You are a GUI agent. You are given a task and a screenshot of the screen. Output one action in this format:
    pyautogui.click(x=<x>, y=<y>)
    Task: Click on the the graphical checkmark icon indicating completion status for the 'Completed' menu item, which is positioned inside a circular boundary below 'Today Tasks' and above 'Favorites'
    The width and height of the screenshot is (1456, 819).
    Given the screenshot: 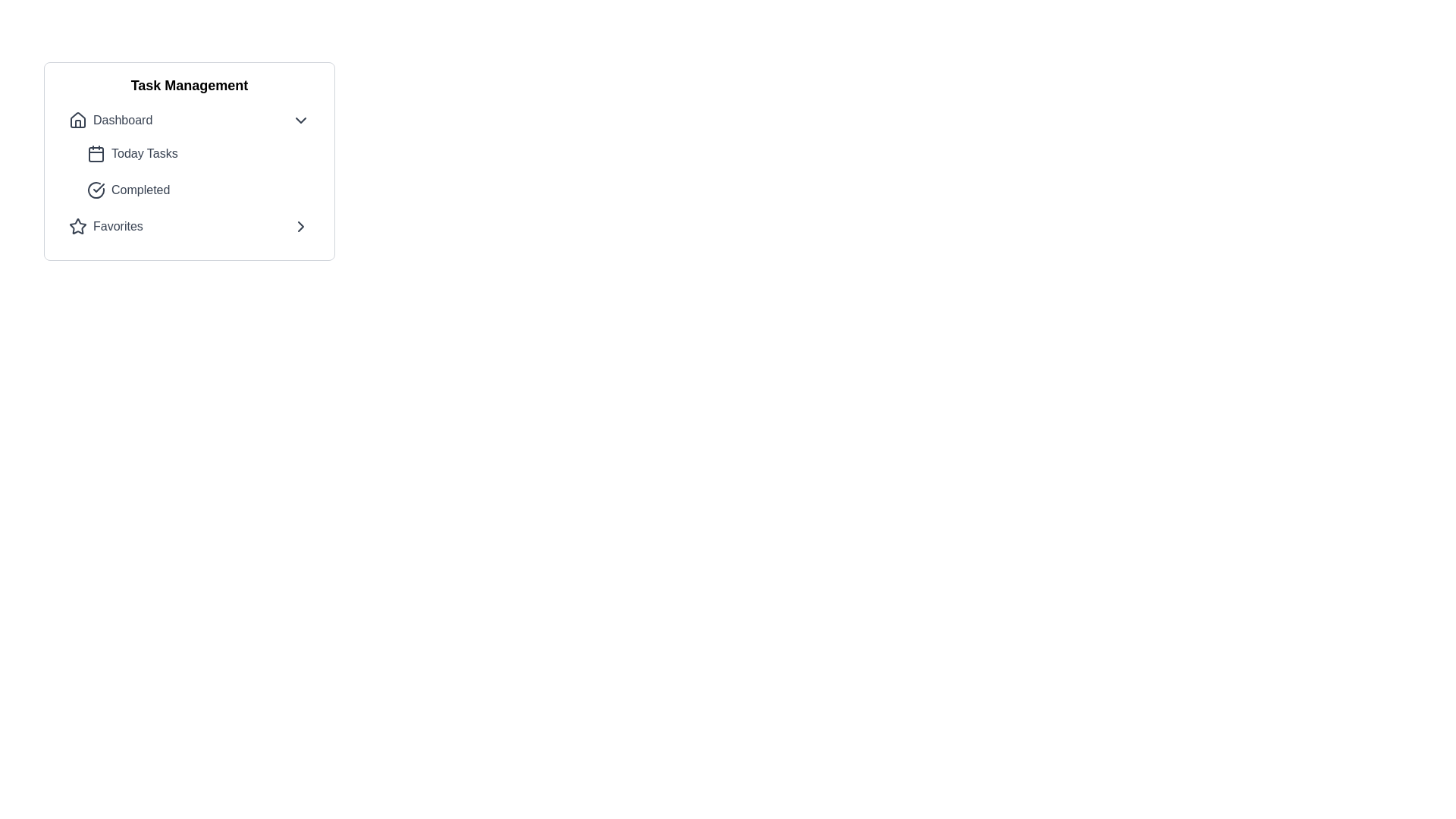 What is the action you would take?
    pyautogui.click(x=98, y=187)
    